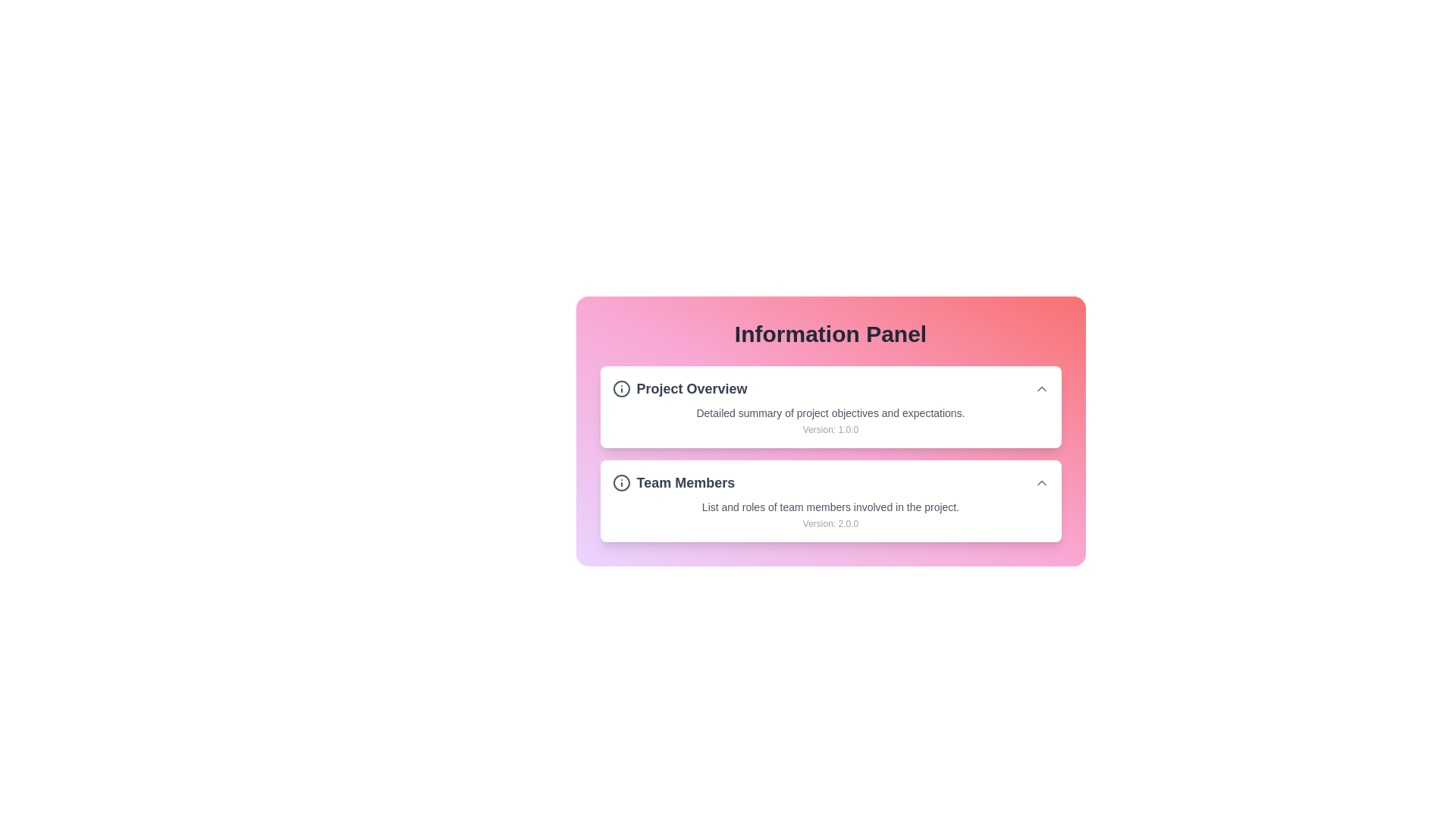 The image size is (1456, 819). What do you see at coordinates (830, 430) in the screenshot?
I see `the informational Text label displaying the version number in the 'Project Overview' section of the 'Information Panel'` at bounding box center [830, 430].